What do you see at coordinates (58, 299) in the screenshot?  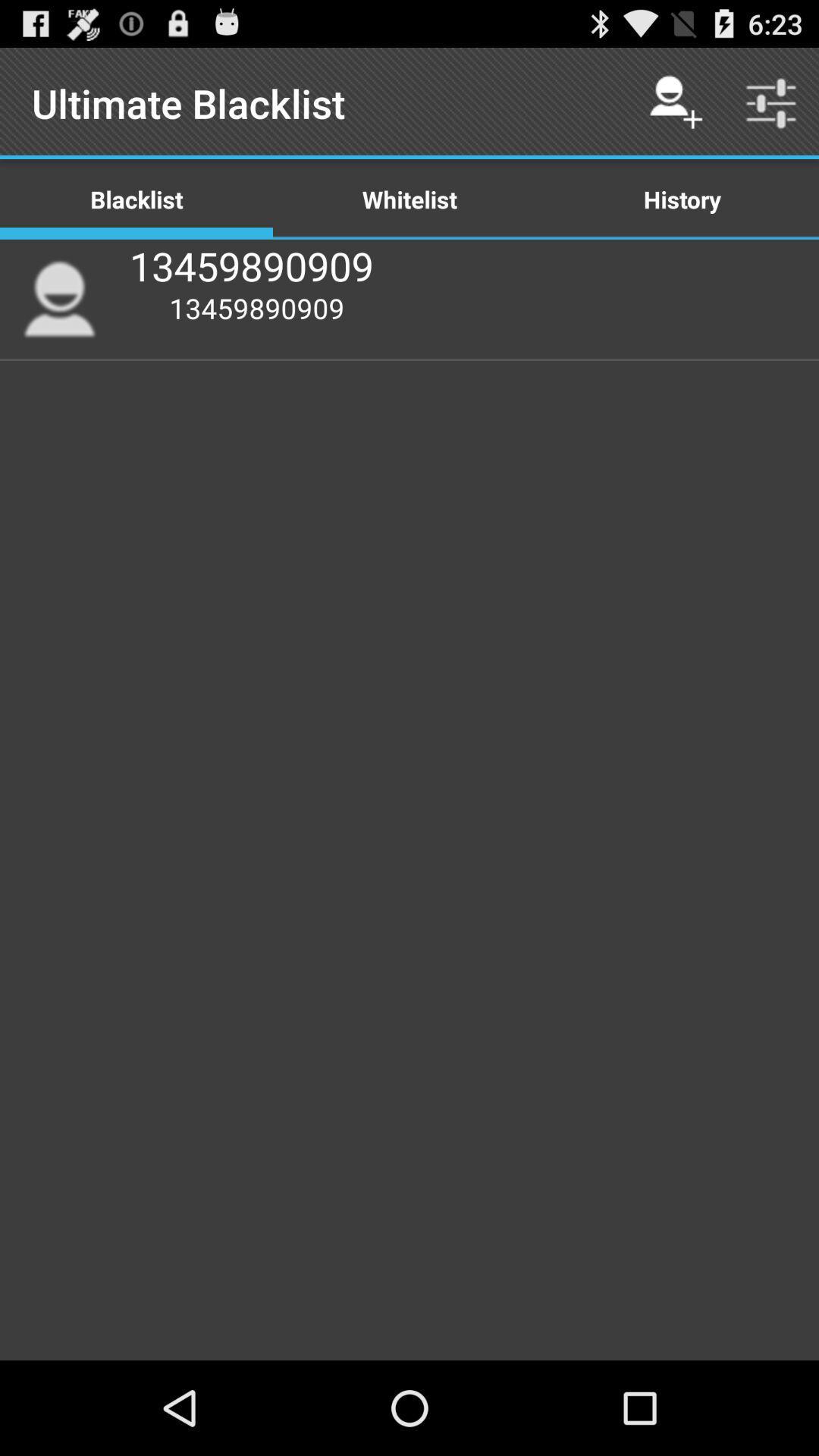 I see `the icon below blacklist icon` at bounding box center [58, 299].